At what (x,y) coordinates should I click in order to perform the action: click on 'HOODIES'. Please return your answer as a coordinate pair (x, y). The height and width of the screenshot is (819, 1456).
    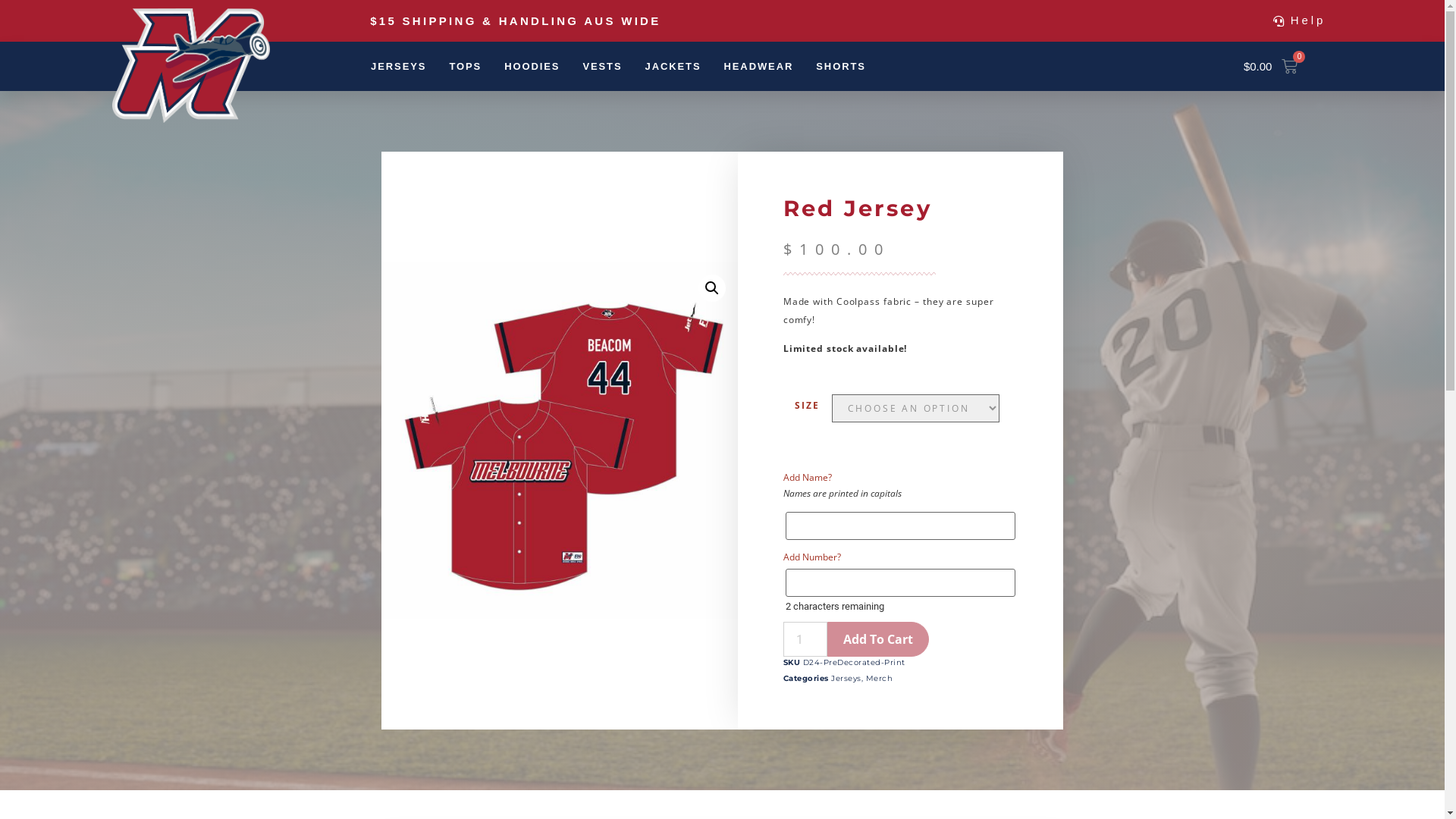
    Looking at the image, I should click on (532, 65).